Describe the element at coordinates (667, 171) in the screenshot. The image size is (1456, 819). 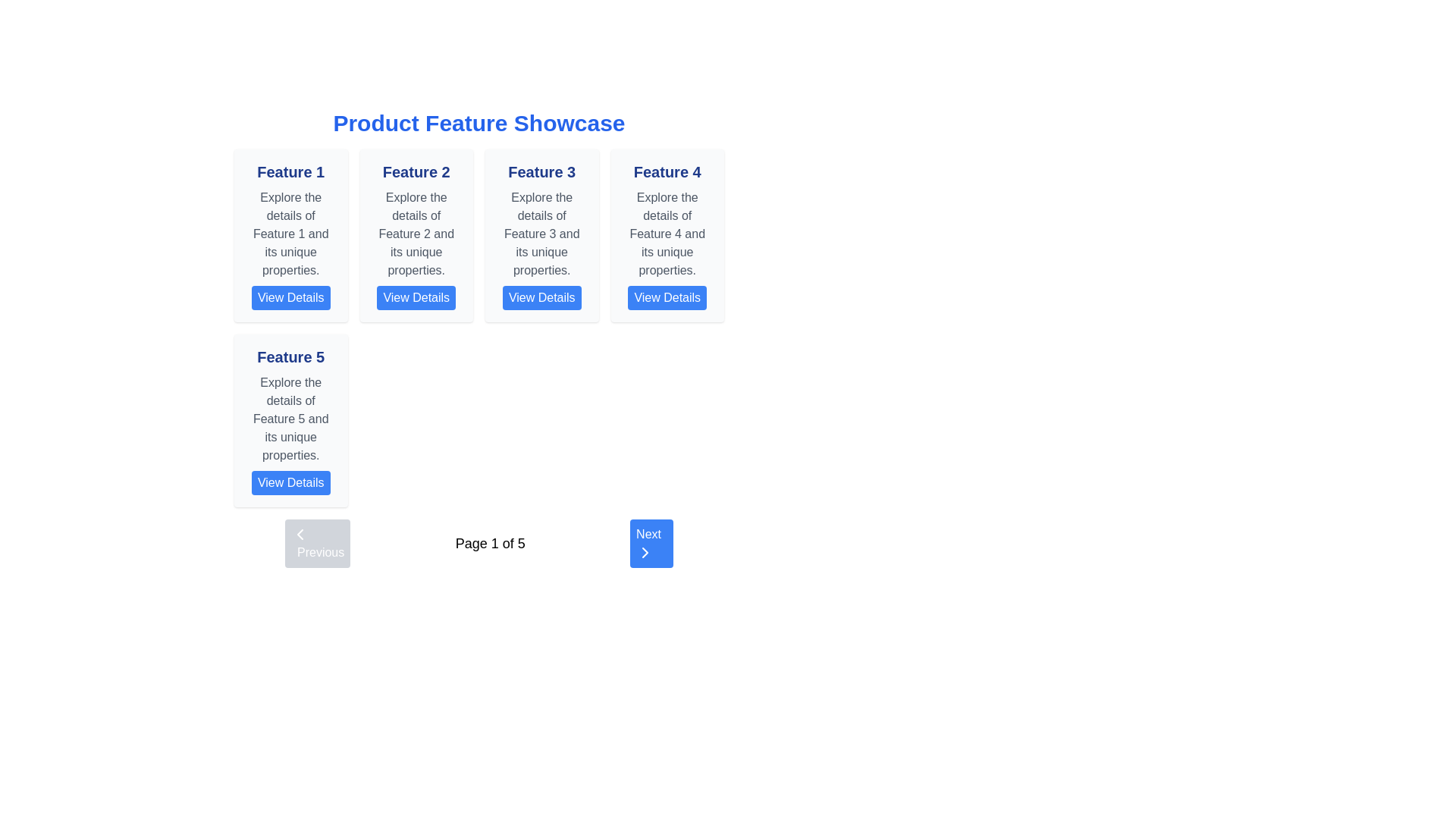
I see `the headline text located in the fourth feature card for copying` at that location.